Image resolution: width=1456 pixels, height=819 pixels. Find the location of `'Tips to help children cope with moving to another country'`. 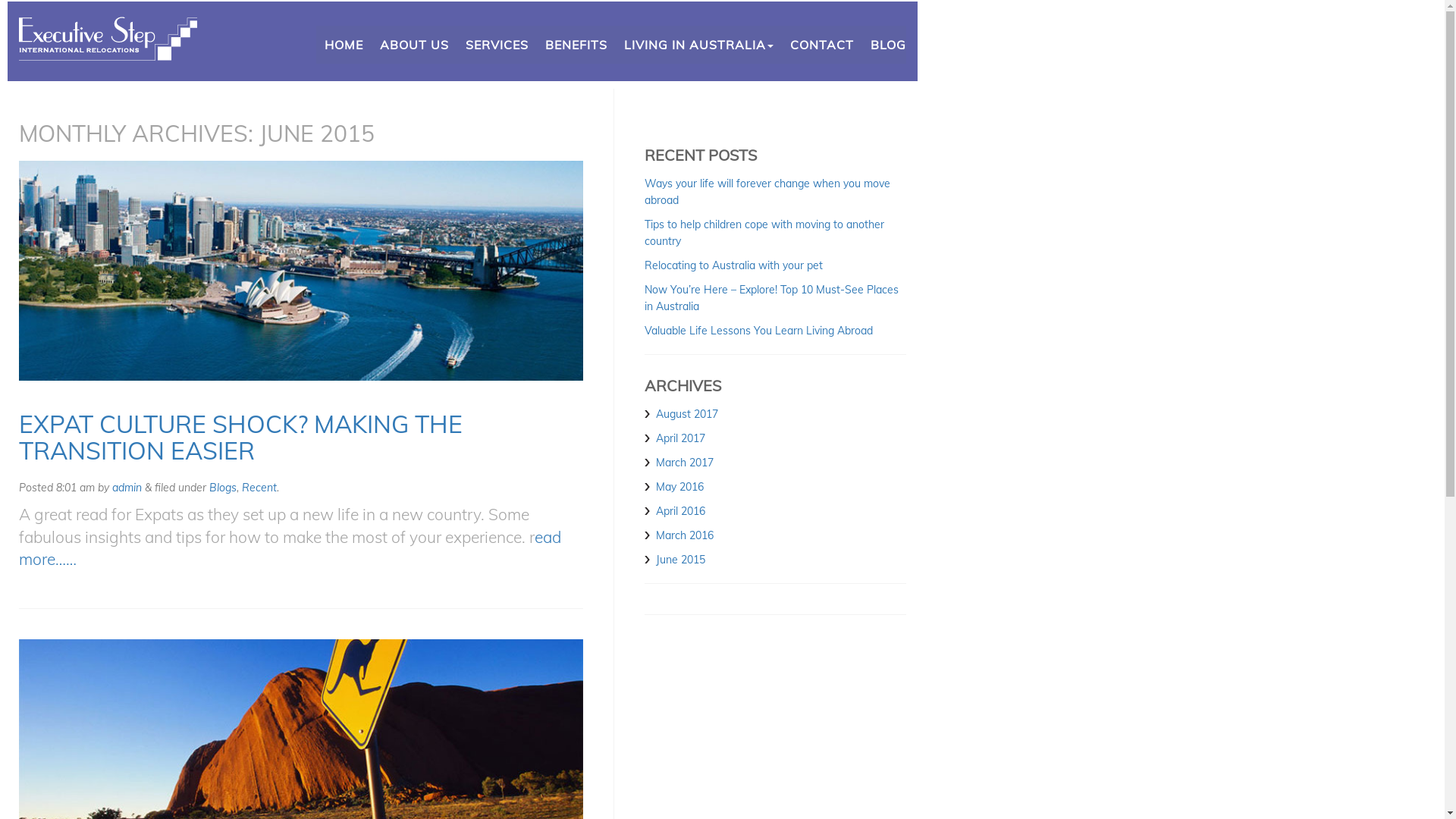

'Tips to help children cope with moving to another country' is located at coordinates (764, 233).